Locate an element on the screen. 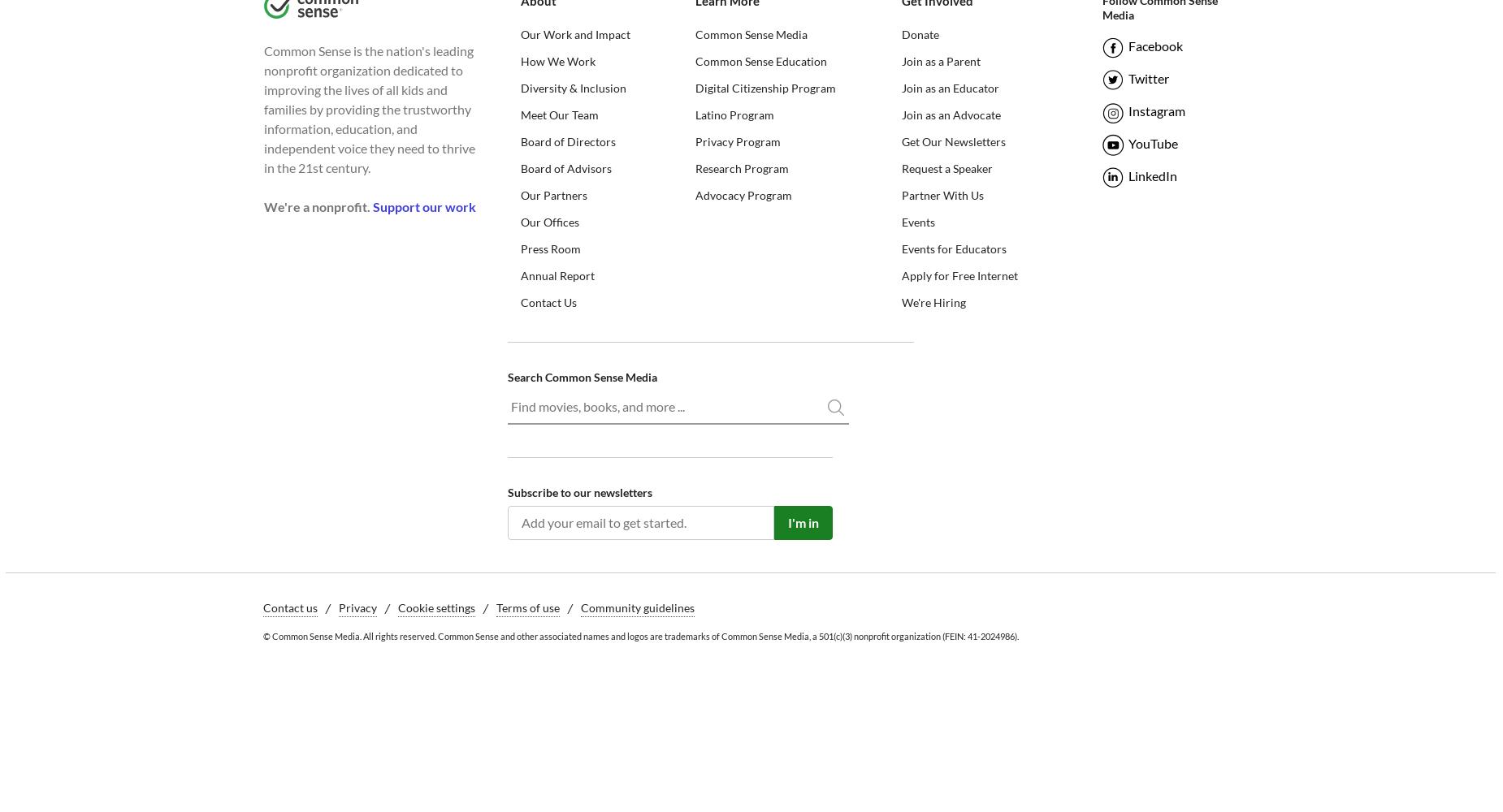 The width and height of the screenshot is (1503, 812). 'Events for Educators' is located at coordinates (900, 248).